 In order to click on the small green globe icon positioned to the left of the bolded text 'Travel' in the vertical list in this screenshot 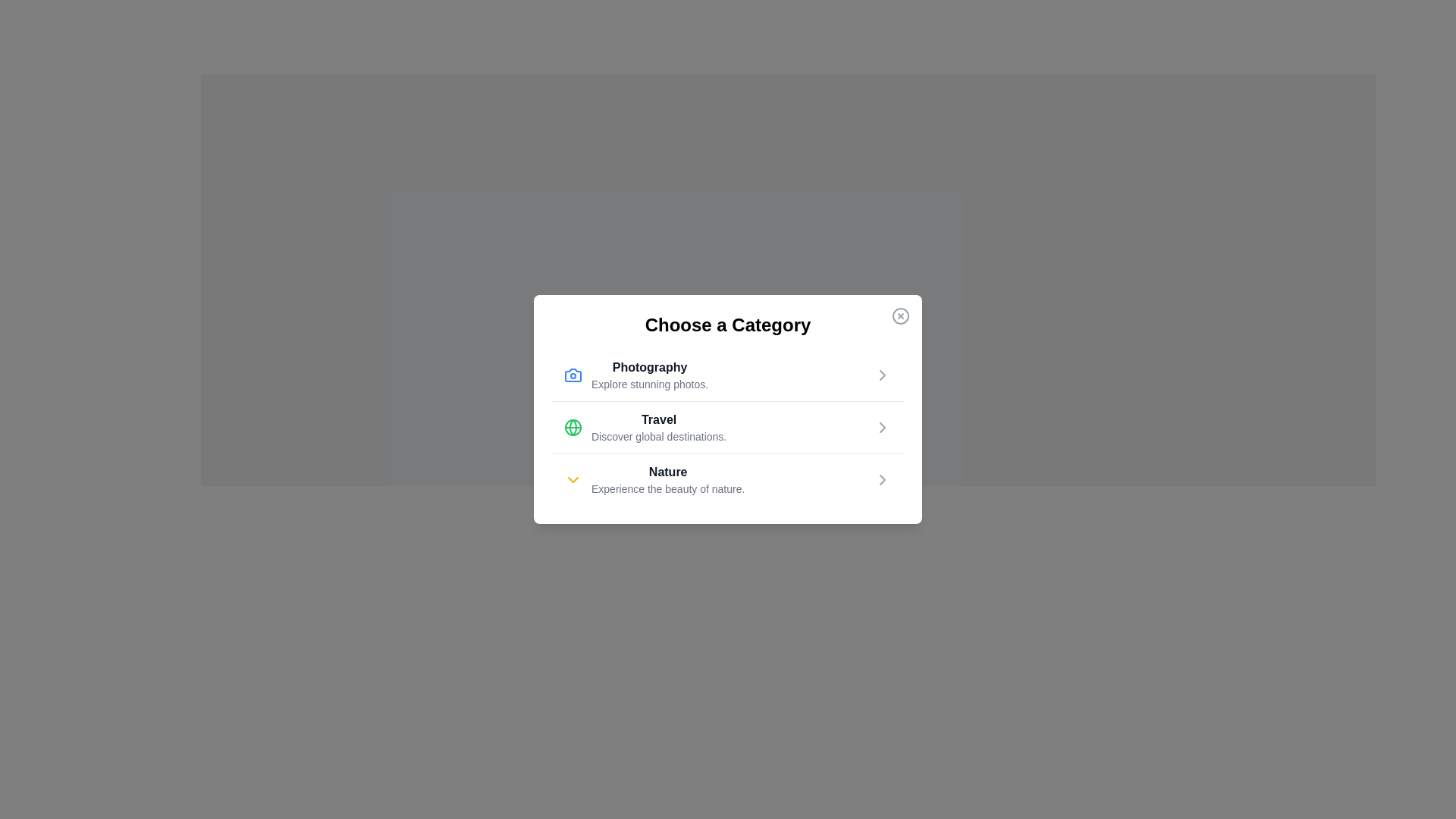, I will do `click(572, 427)`.